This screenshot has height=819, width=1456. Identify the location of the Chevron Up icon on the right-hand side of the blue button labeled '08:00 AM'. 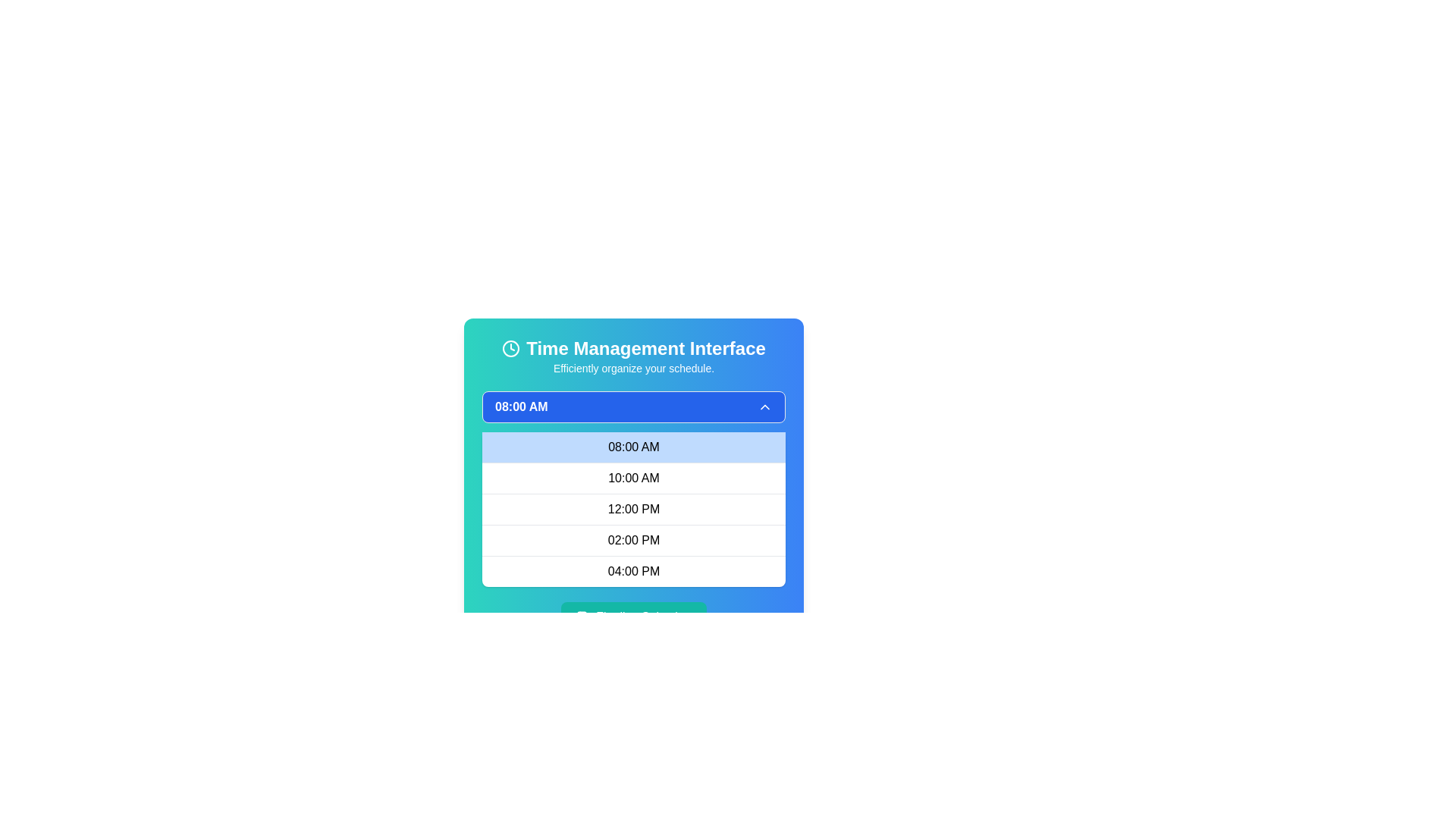
(764, 406).